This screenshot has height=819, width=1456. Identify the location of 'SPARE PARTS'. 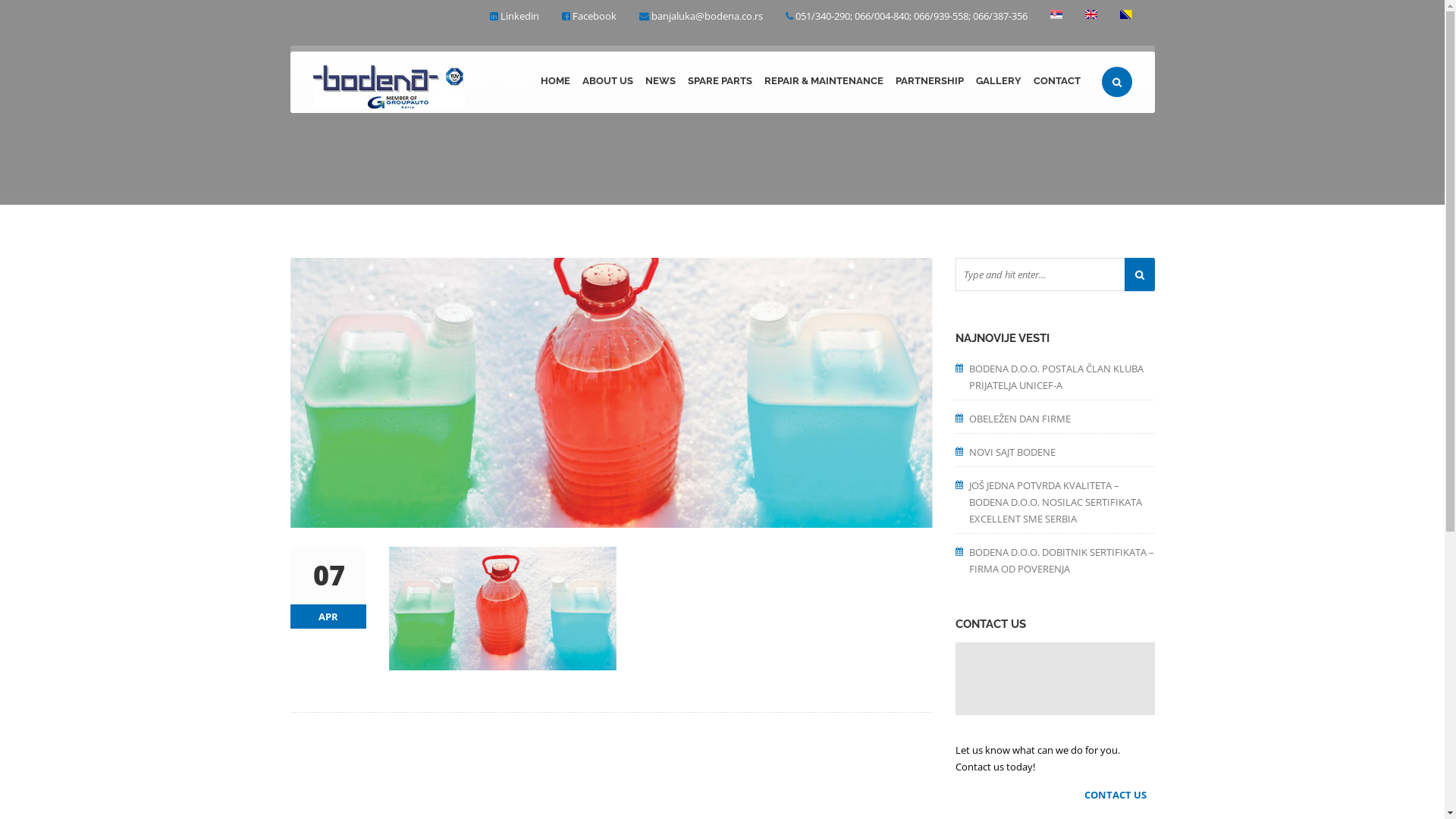
(718, 82).